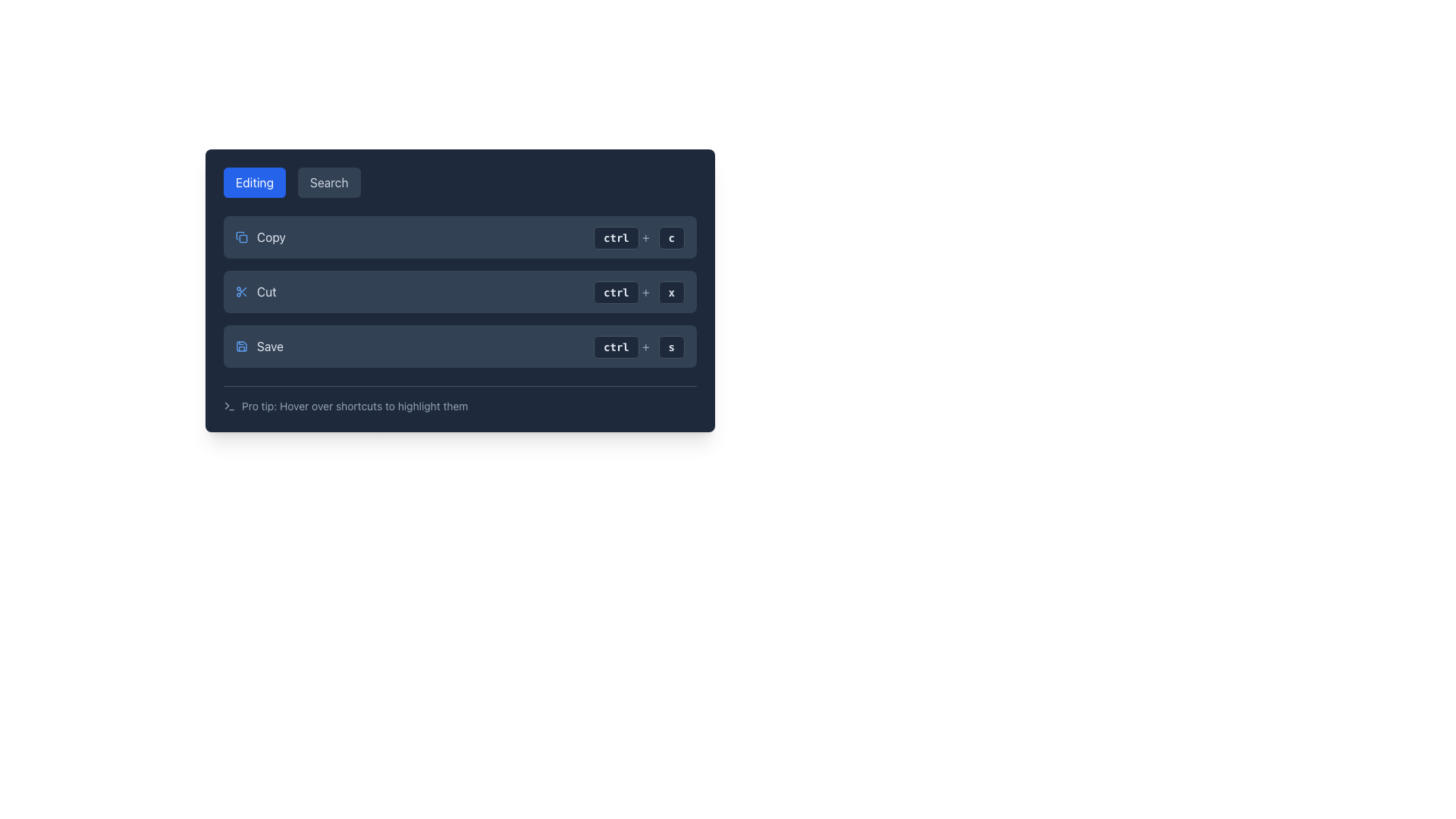 Image resolution: width=1456 pixels, height=819 pixels. Describe the element at coordinates (240, 346) in the screenshot. I see `the graphical component of the 'Save' button located at the bottom right corner of the interface` at that location.